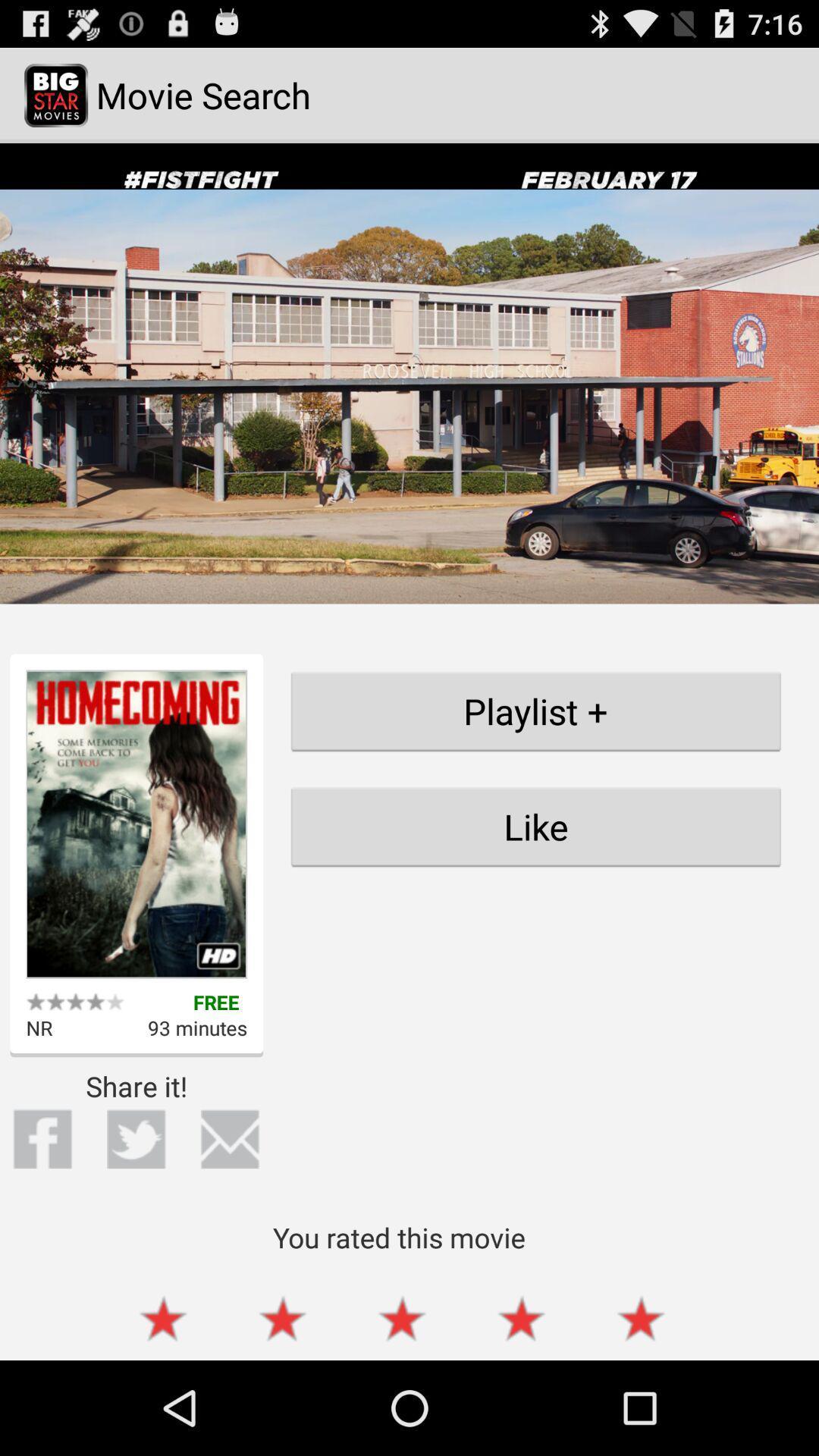  What do you see at coordinates (638, 1411) in the screenshot?
I see `the star icon` at bounding box center [638, 1411].